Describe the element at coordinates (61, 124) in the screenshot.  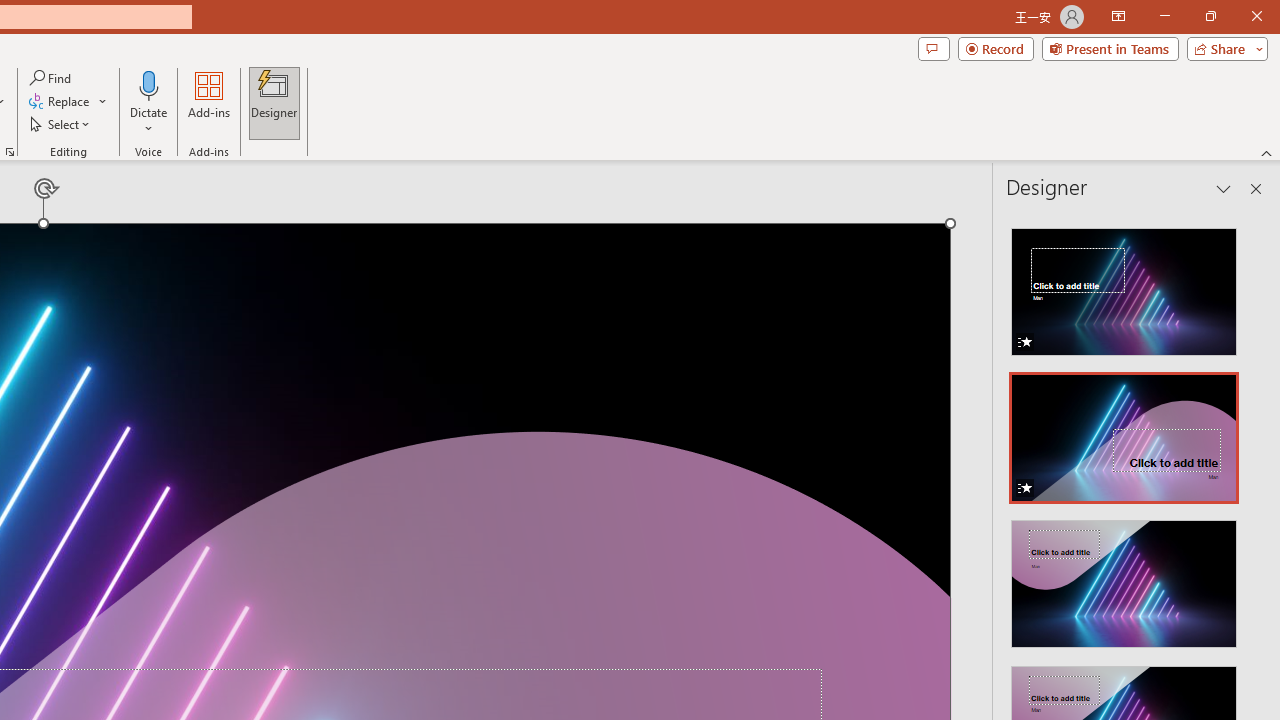
I see `'Select'` at that location.